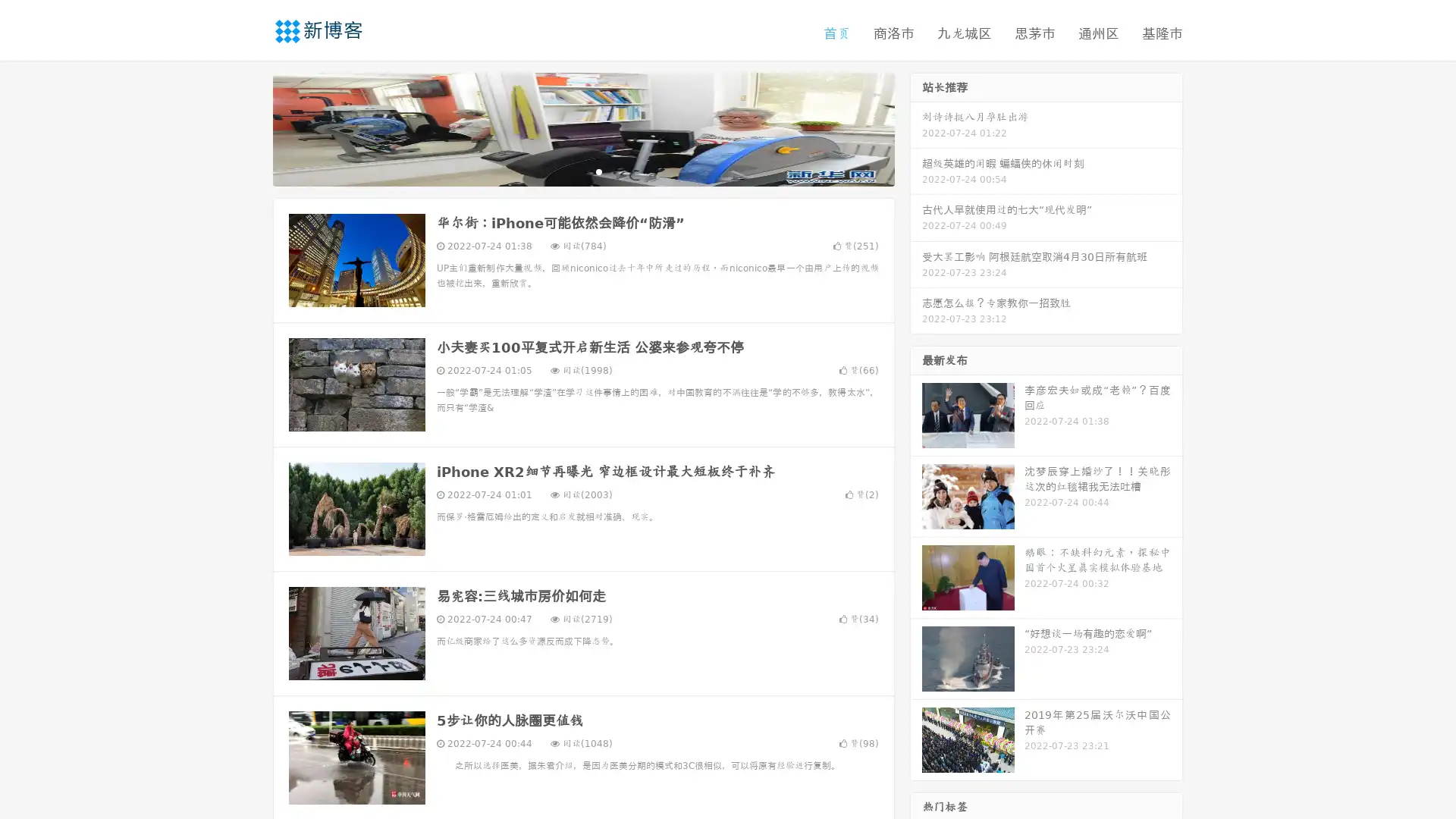 The width and height of the screenshot is (1456, 819). What do you see at coordinates (598, 171) in the screenshot?
I see `Go to slide 3` at bounding box center [598, 171].